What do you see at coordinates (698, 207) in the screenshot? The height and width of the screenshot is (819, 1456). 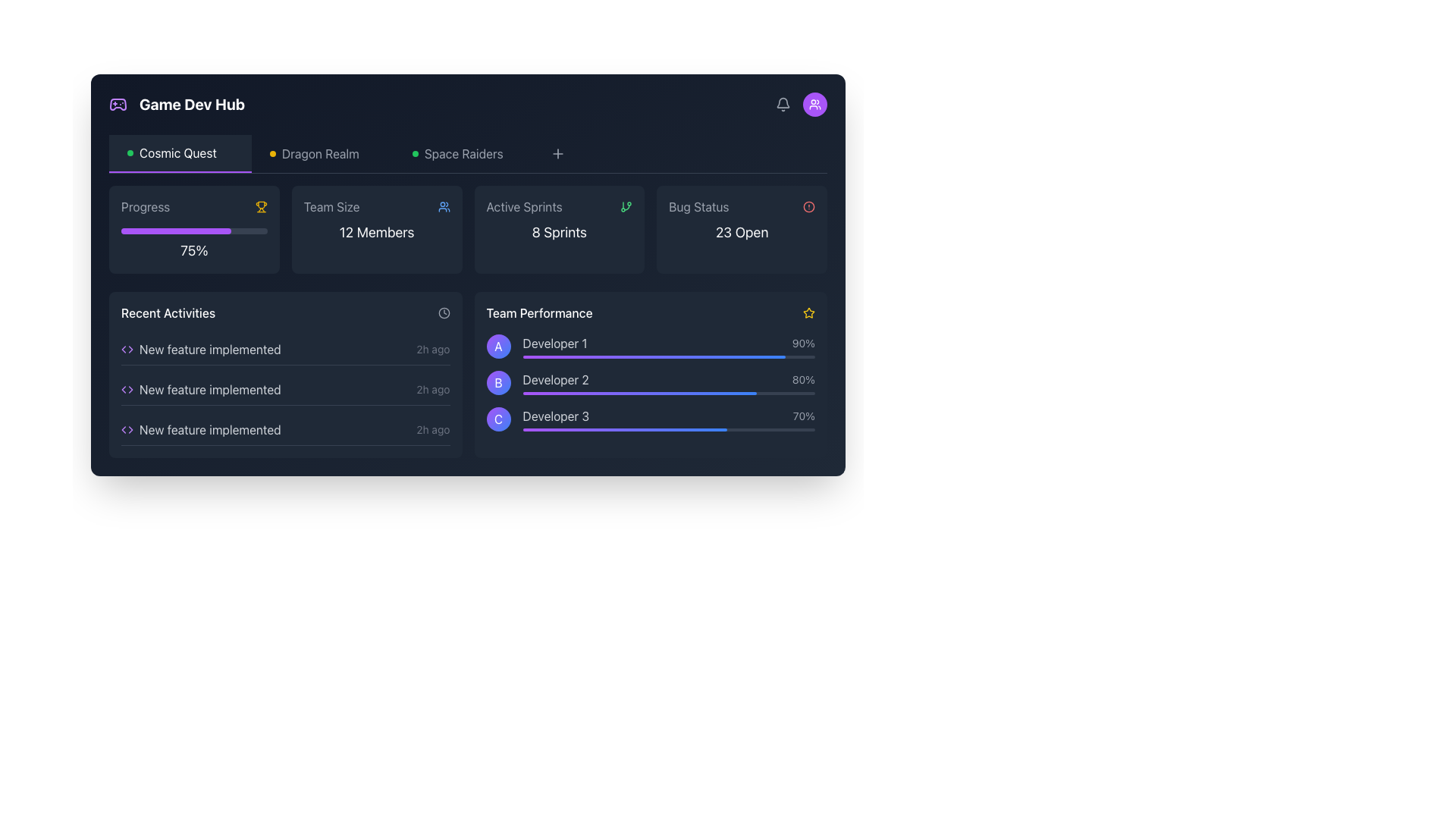 I see `the 'Bug Status' label text which is displayed in light gray color against a dark background, located in the top-right section of the card within the dashboard` at bounding box center [698, 207].